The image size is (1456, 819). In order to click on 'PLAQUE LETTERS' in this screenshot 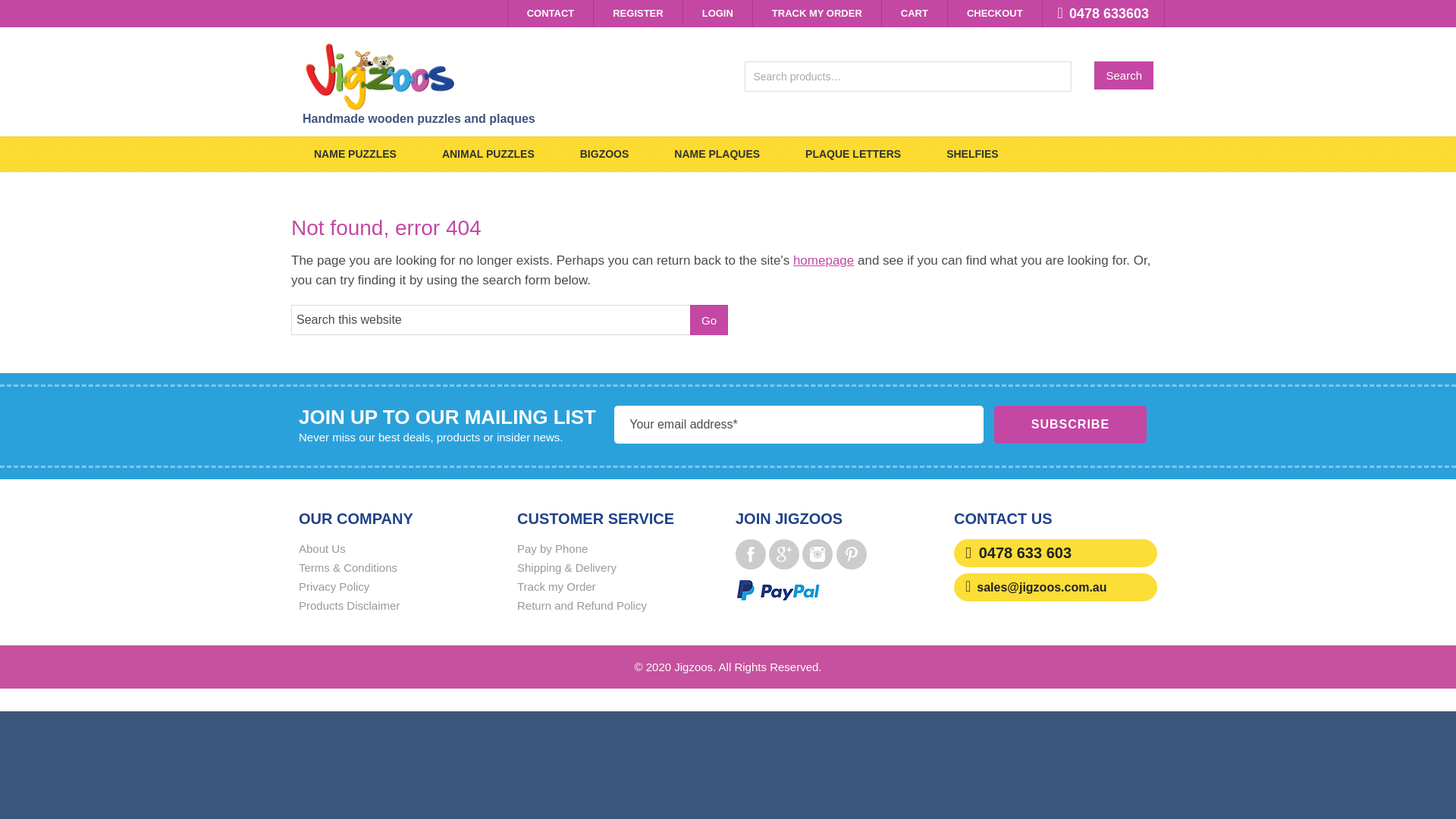, I will do `click(852, 154)`.